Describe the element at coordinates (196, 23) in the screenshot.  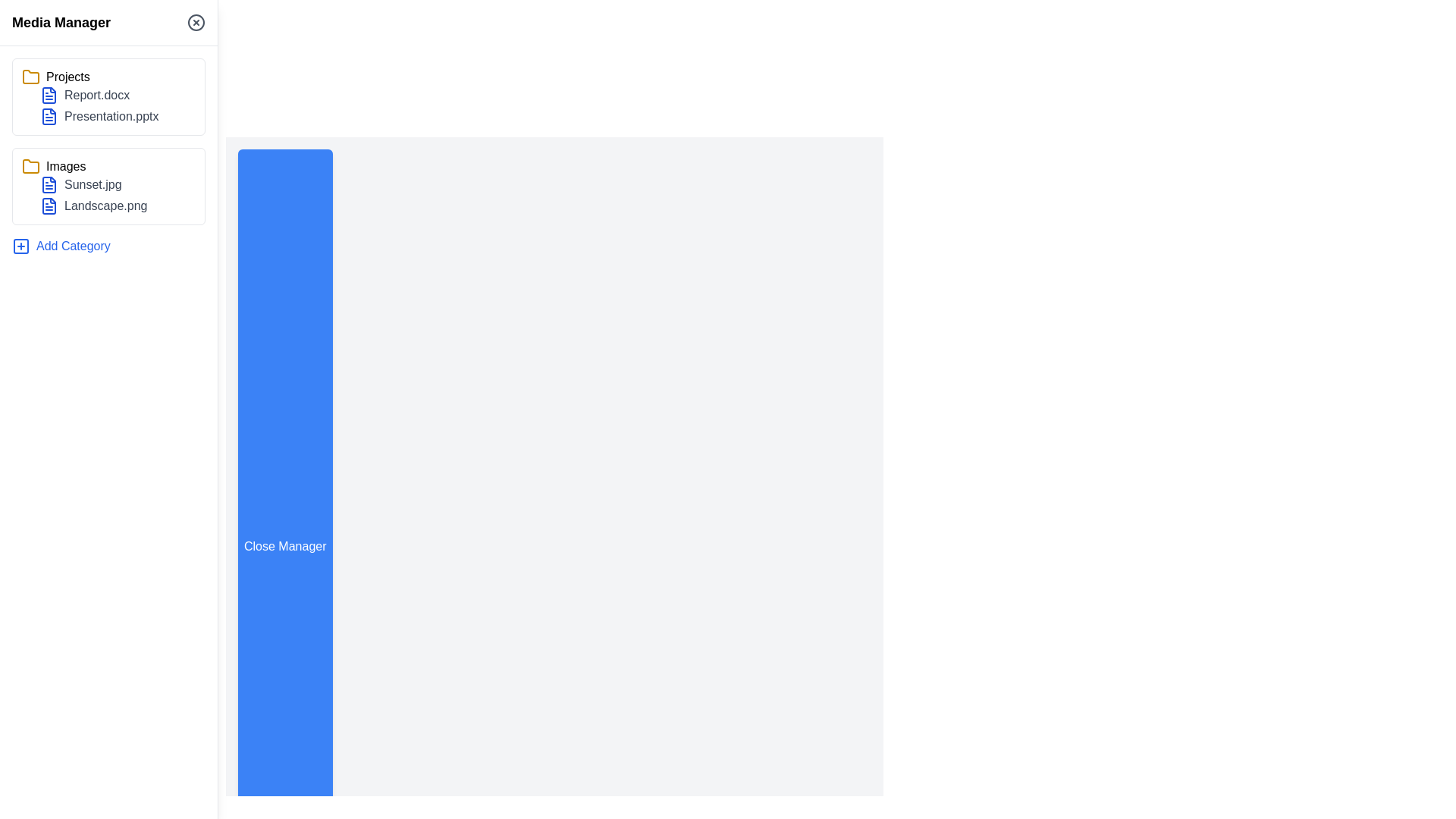
I see `the SVG Circle graphic that signifies closure or cancellation, located within the Media Manager interface` at that location.